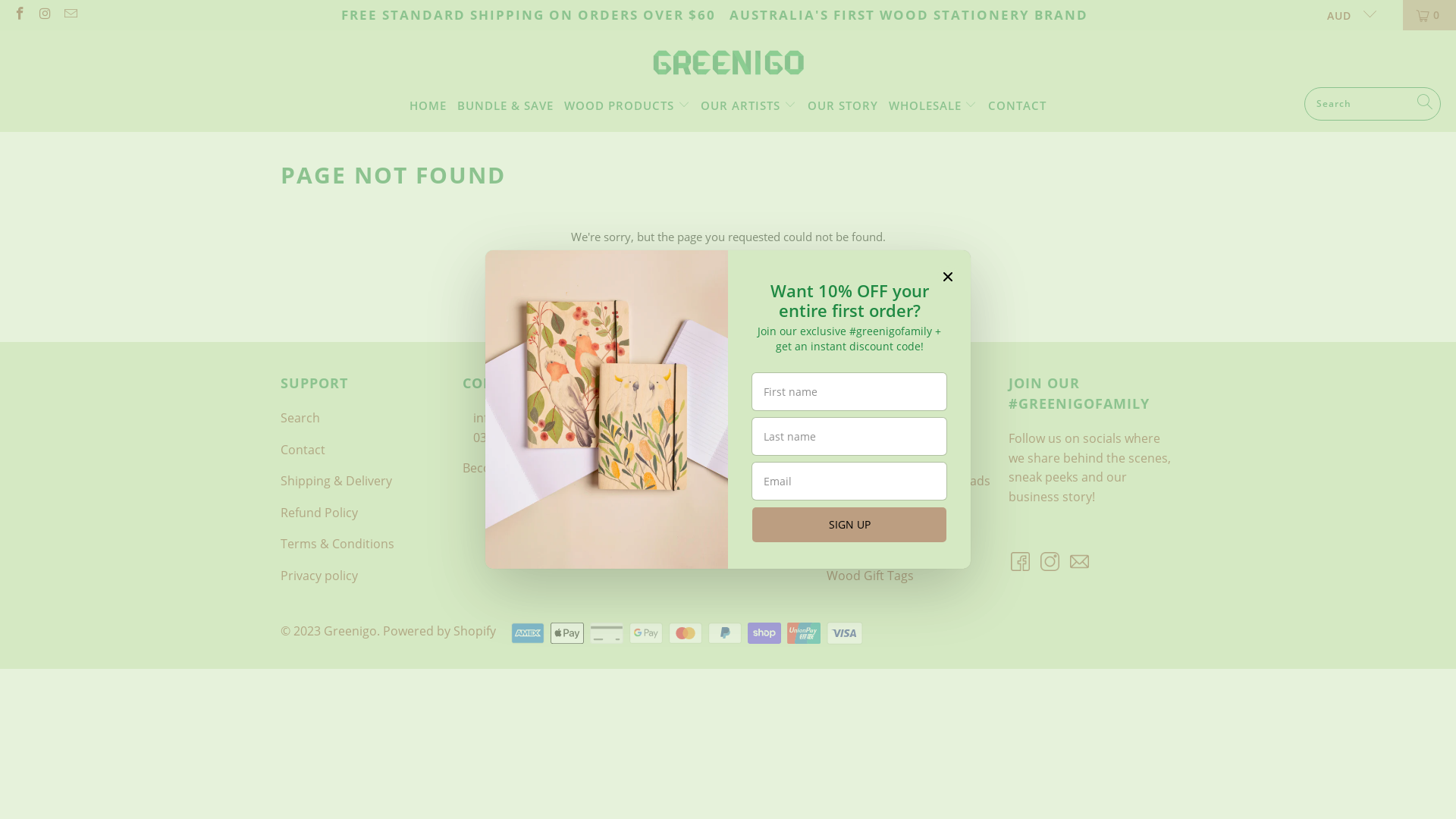 This screenshot has height=819, width=1456. Describe the element at coordinates (538, 418) in the screenshot. I see `'info@greenigo.com.au'` at that location.